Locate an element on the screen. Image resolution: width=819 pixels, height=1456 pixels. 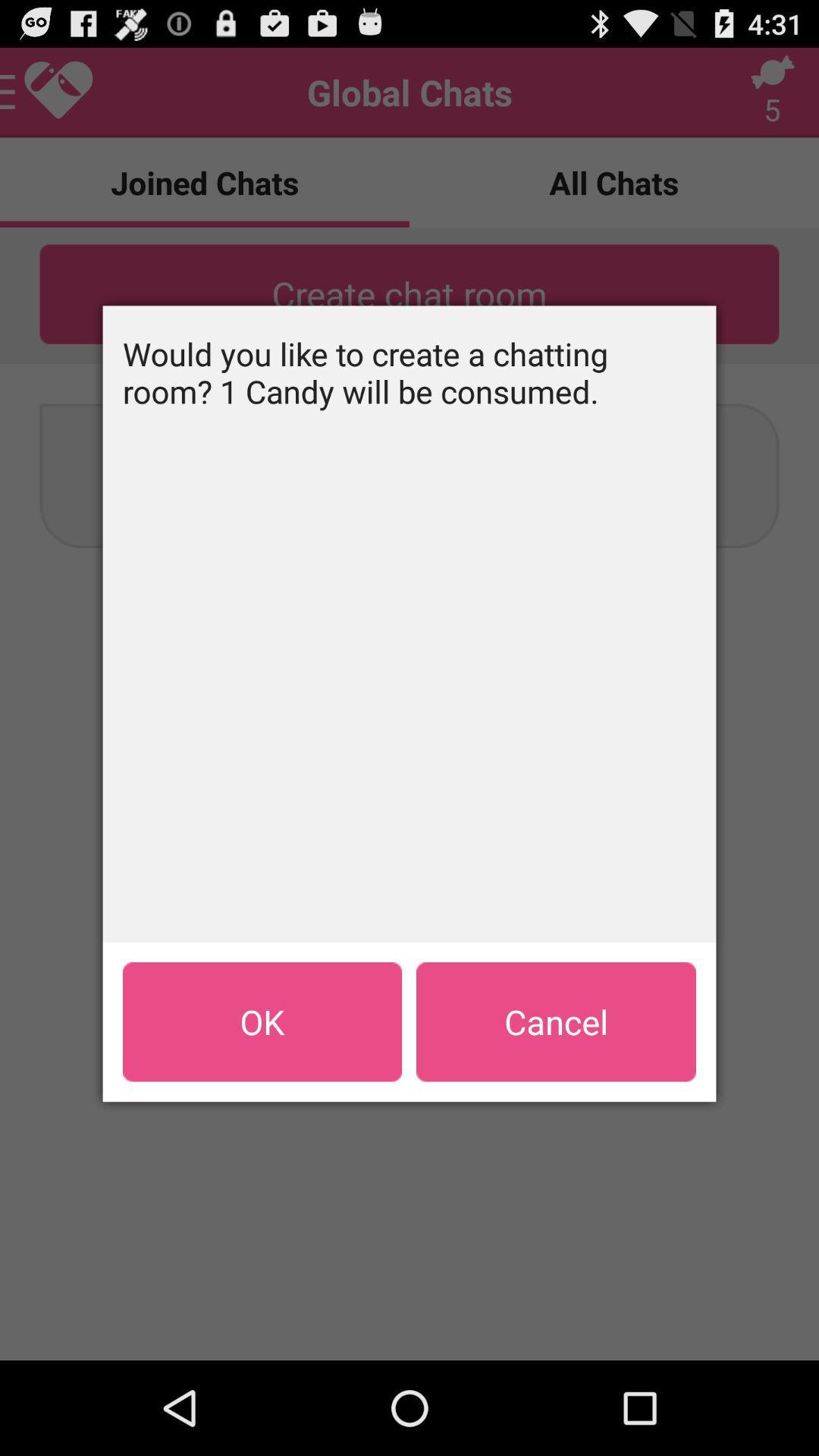
app below would you like icon is located at coordinates (556, 1021).